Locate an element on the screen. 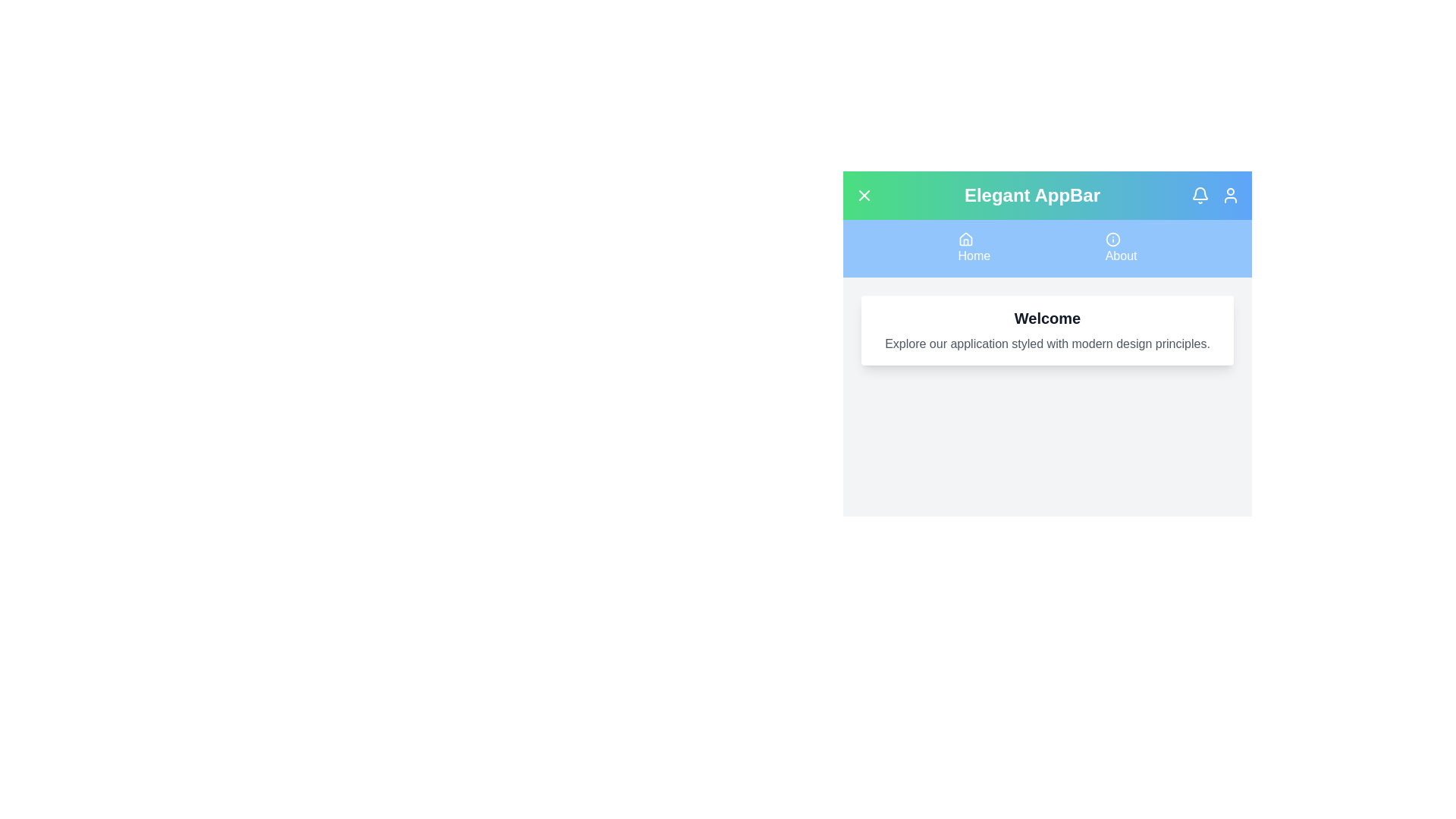 This screenshot has height=819, width=1456. the descriptive text below 'Welcome' to focus on it is located at coordinates (1046, 344).